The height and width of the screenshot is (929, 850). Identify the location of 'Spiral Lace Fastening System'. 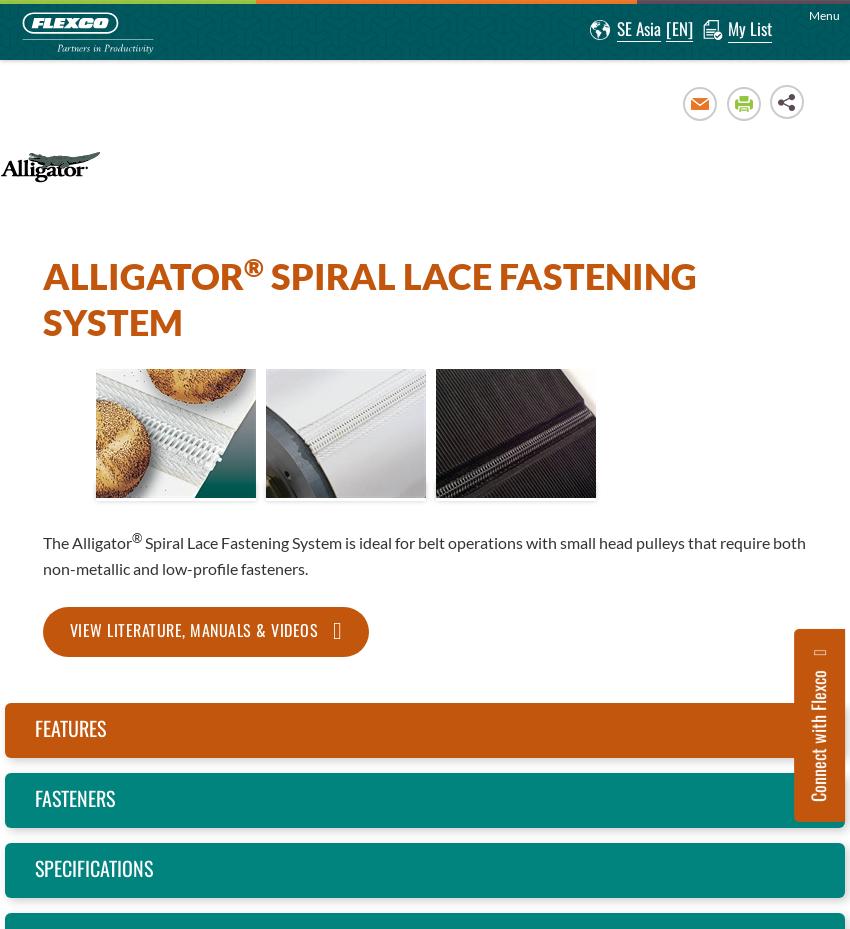
(367, 298).